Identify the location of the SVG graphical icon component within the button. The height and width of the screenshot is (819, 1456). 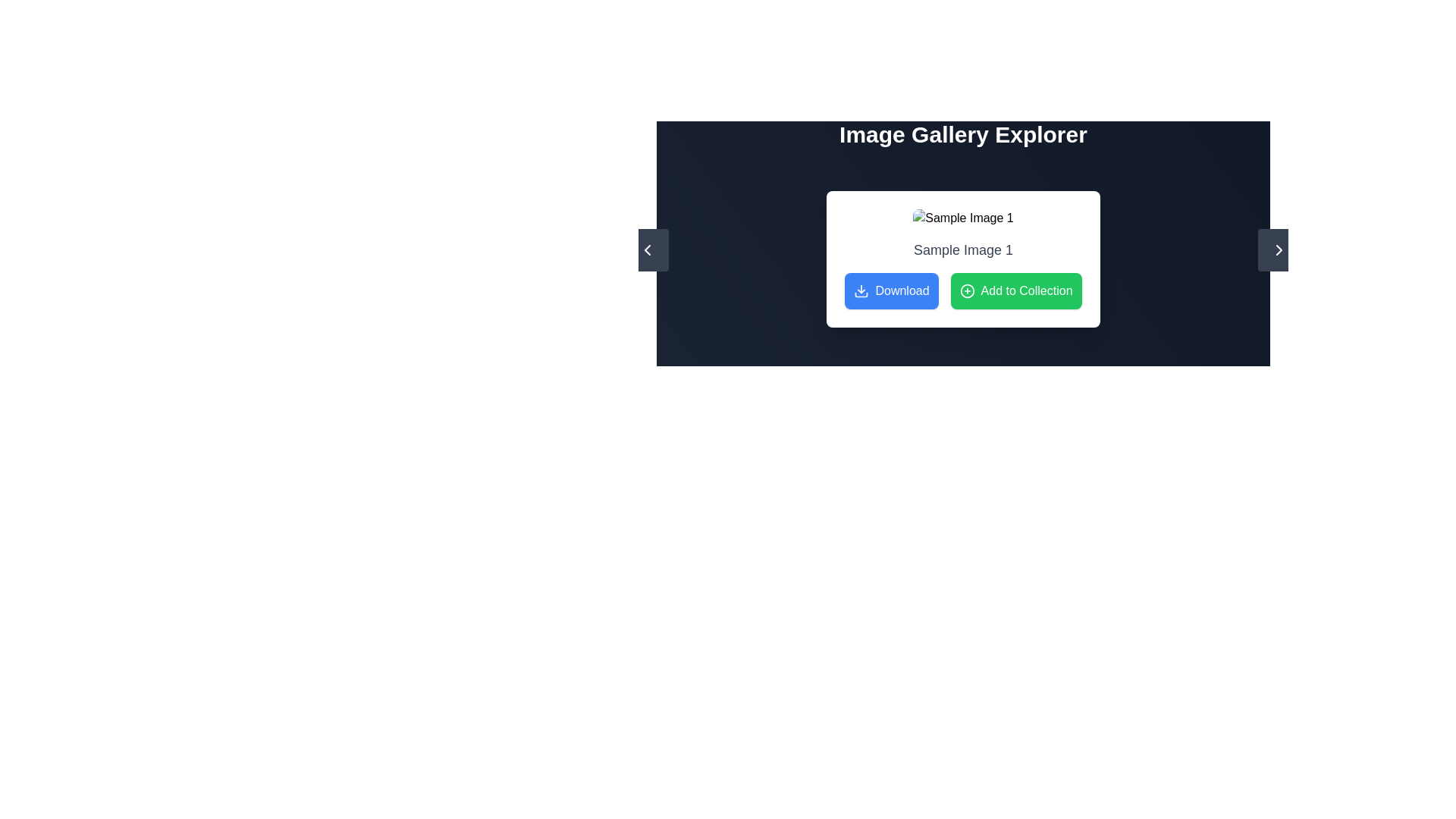
(648, 249).